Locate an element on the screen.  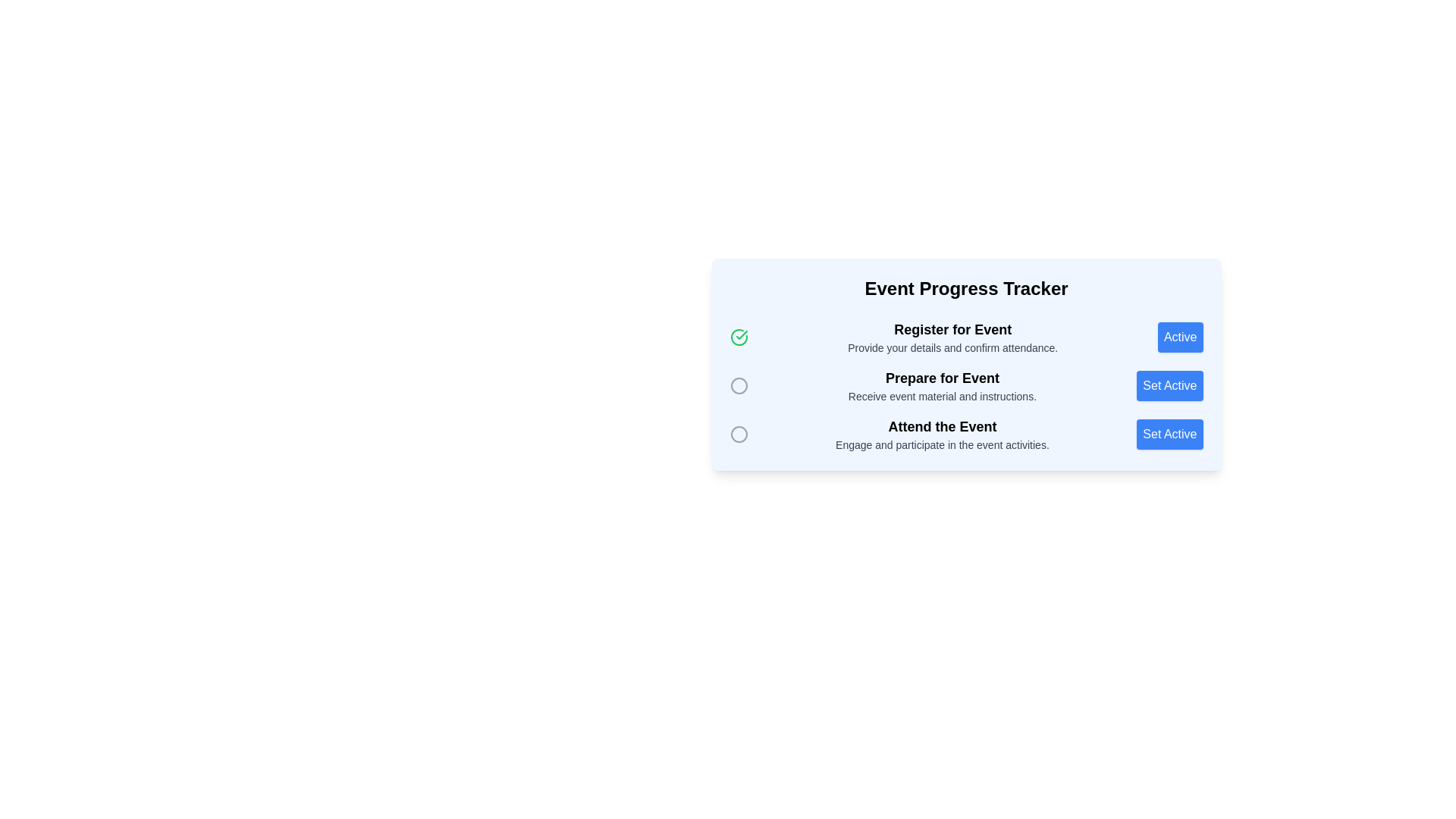
text label or heading that serves as the title for the activity tracker section, located centrally near the top of the section is located at coordinates (965, 289).